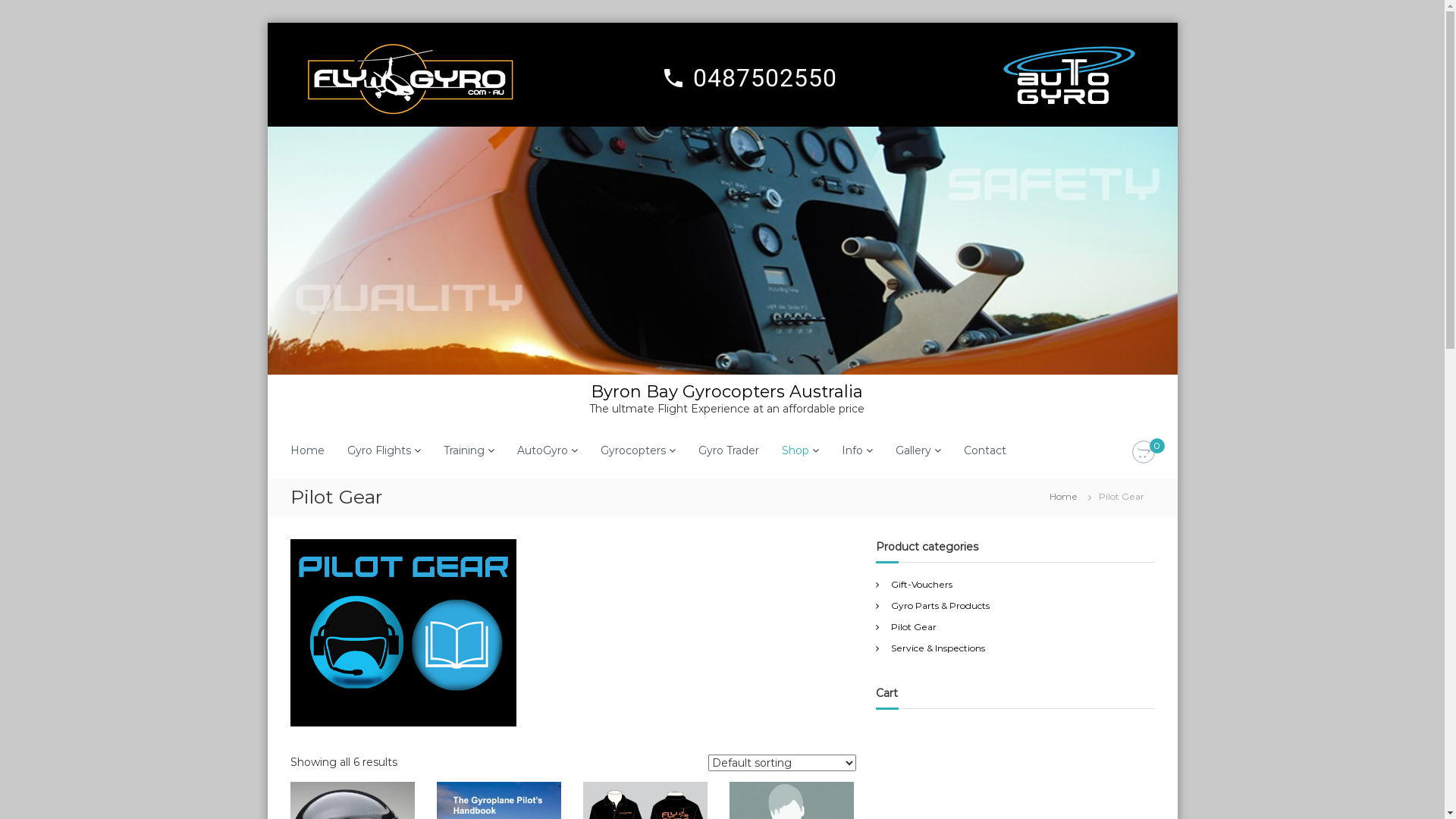 The width and height of the screenshot is (1456, 819). I want to click on 'Gallery', so click(895, 450).